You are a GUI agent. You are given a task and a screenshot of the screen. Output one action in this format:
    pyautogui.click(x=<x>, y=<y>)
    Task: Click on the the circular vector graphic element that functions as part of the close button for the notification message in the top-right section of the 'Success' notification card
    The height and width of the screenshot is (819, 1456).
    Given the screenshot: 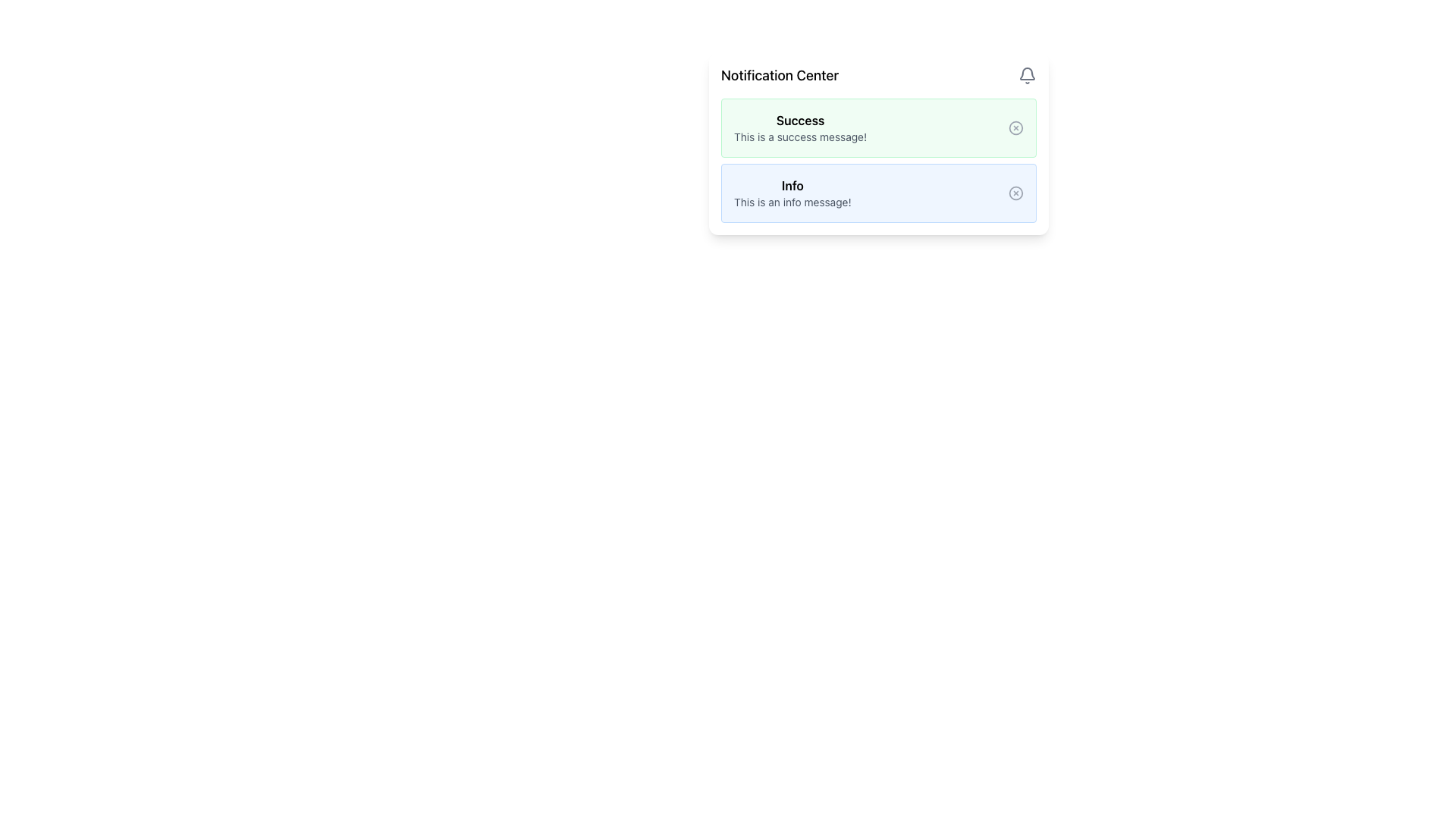 What is the action you would take?
    pyautogui.click(x=1015, y=127)
    